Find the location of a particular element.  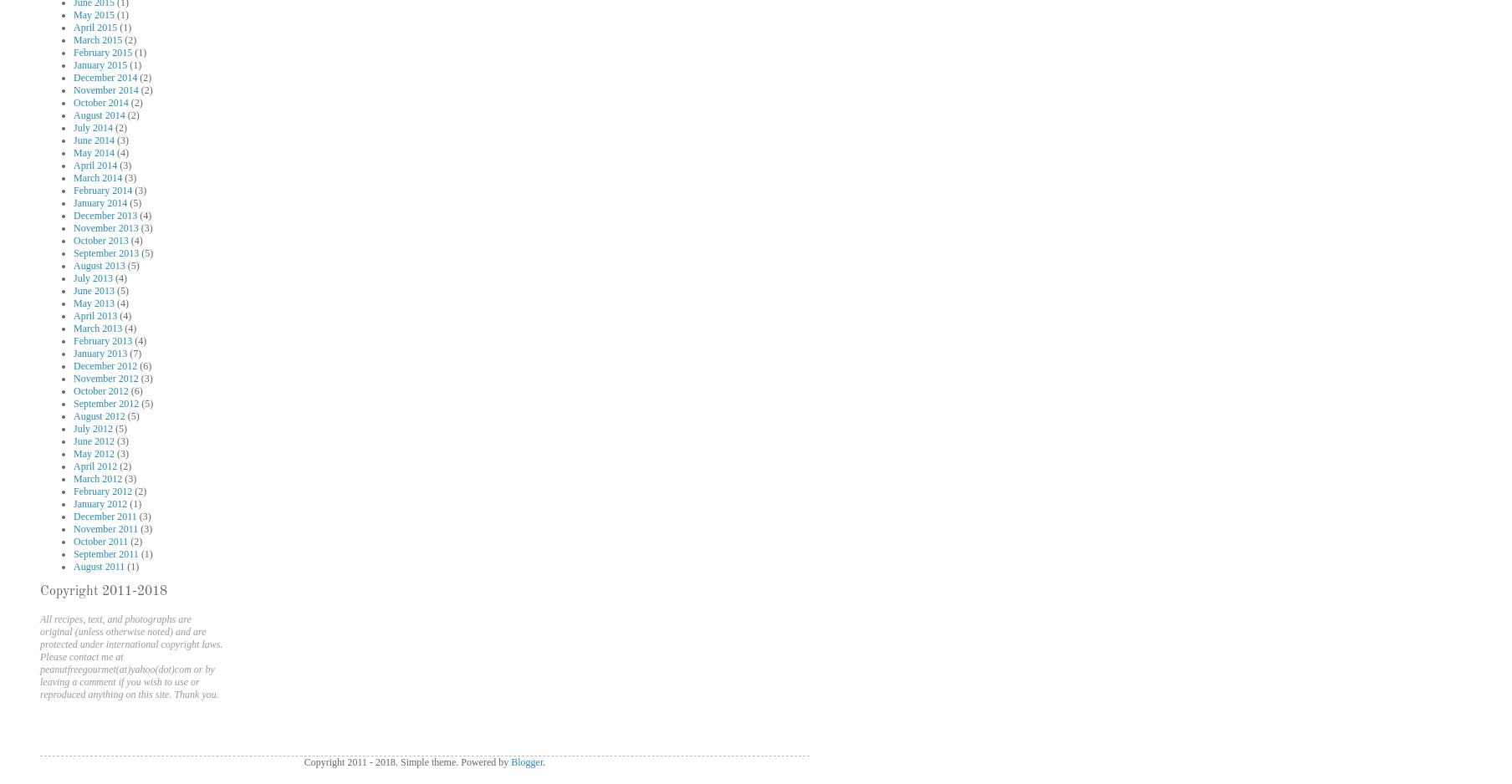

'July 2014' is located at coordinates (92, 127).